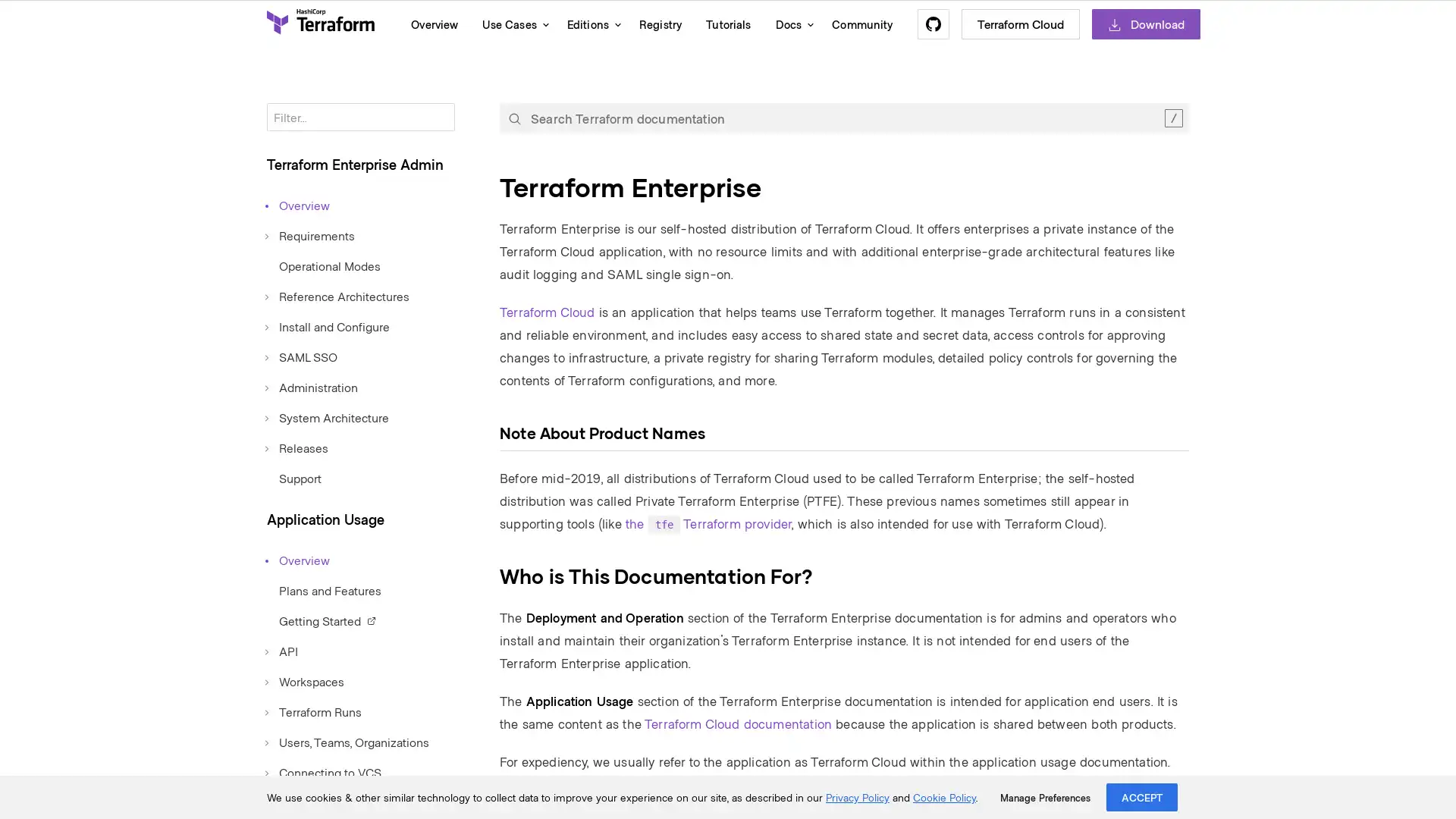 The image size is (1456, 819). Describe the element at coordinates (313, 711) in the screenshot. I see `Terraform Runs` at that location.